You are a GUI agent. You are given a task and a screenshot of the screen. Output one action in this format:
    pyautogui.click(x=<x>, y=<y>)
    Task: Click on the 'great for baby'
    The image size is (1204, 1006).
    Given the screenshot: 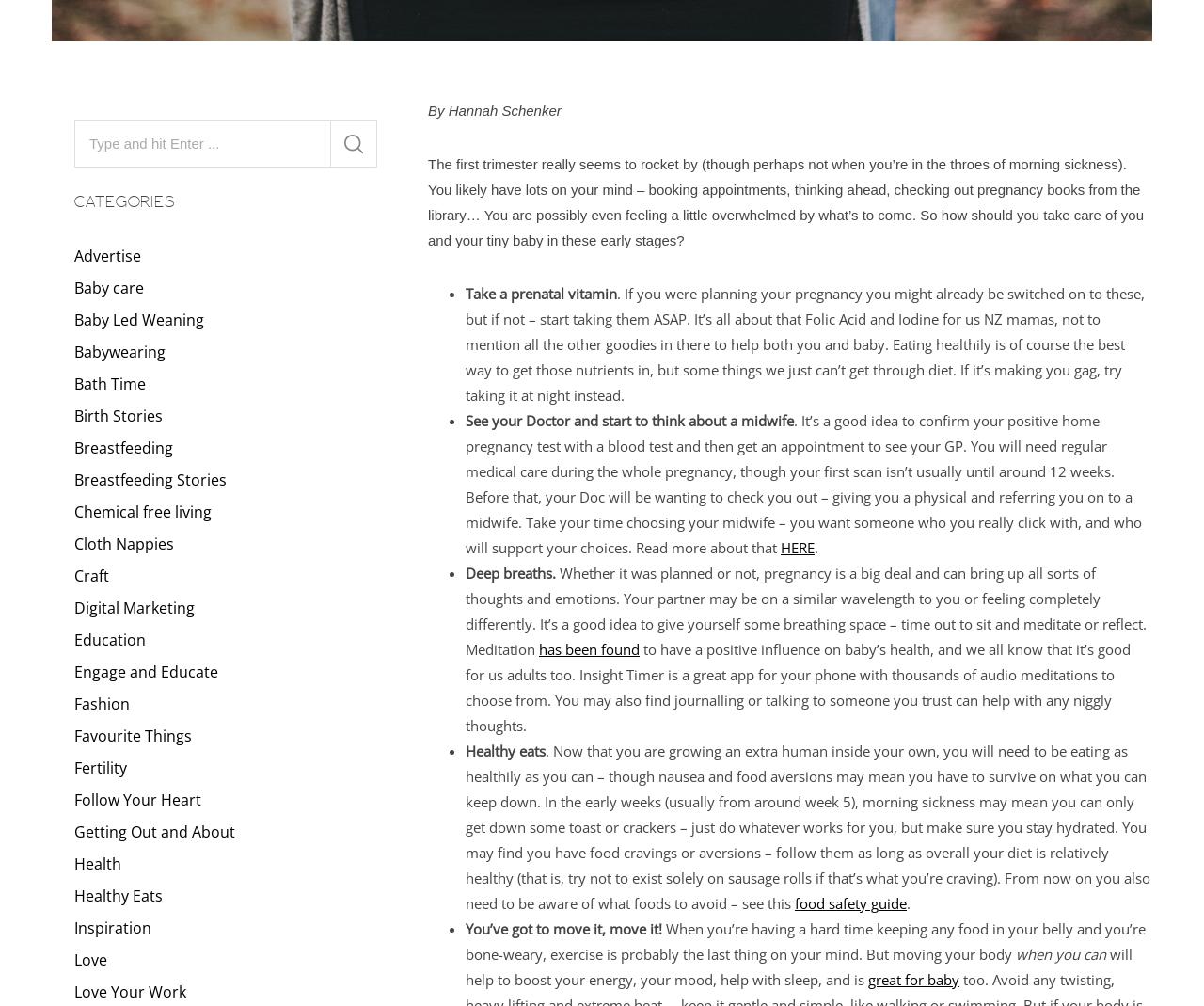 What is the action you would take?
    pyautogui.click(x=913, y=979)
    